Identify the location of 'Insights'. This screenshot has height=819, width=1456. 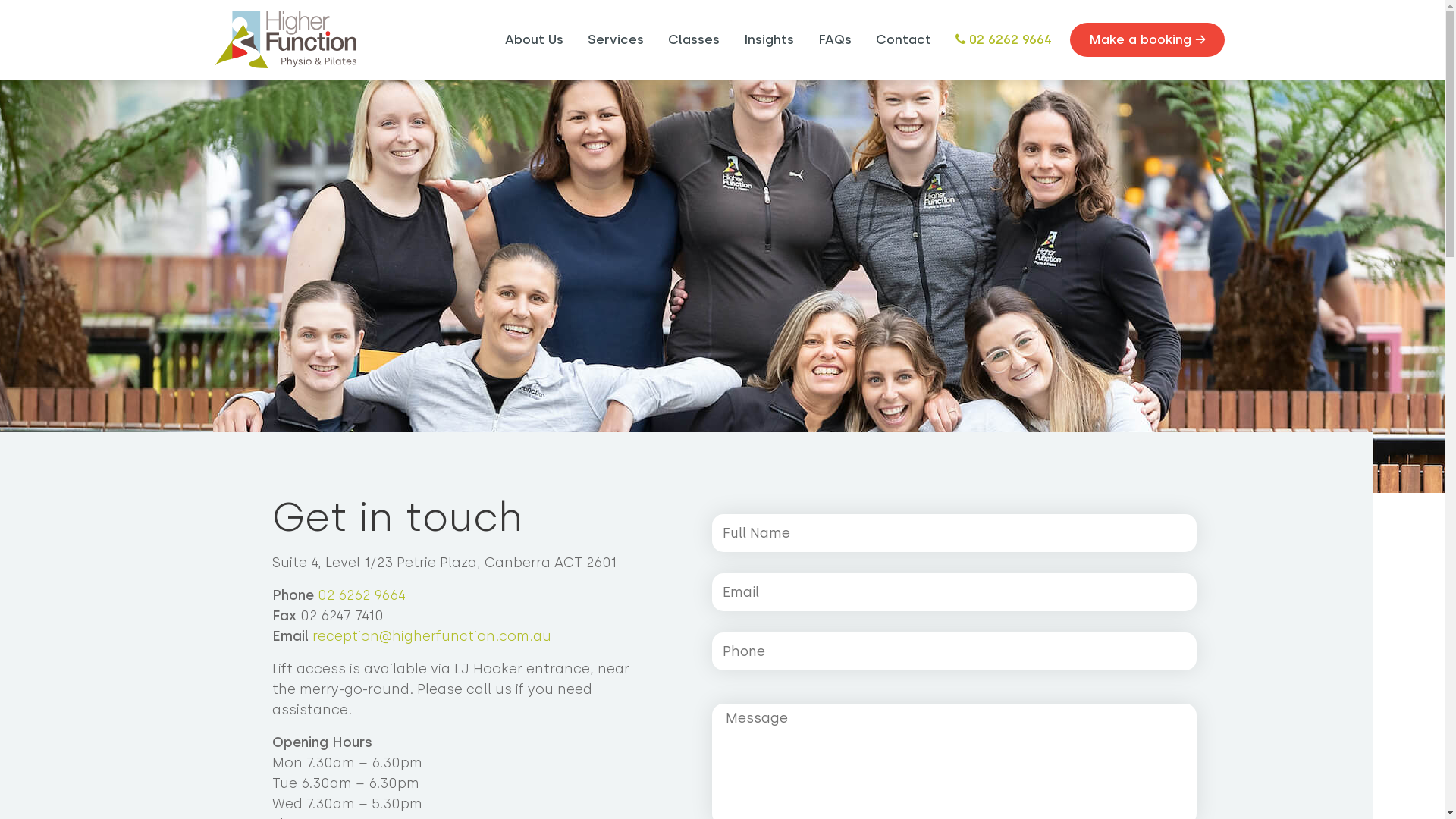
(767, 39).